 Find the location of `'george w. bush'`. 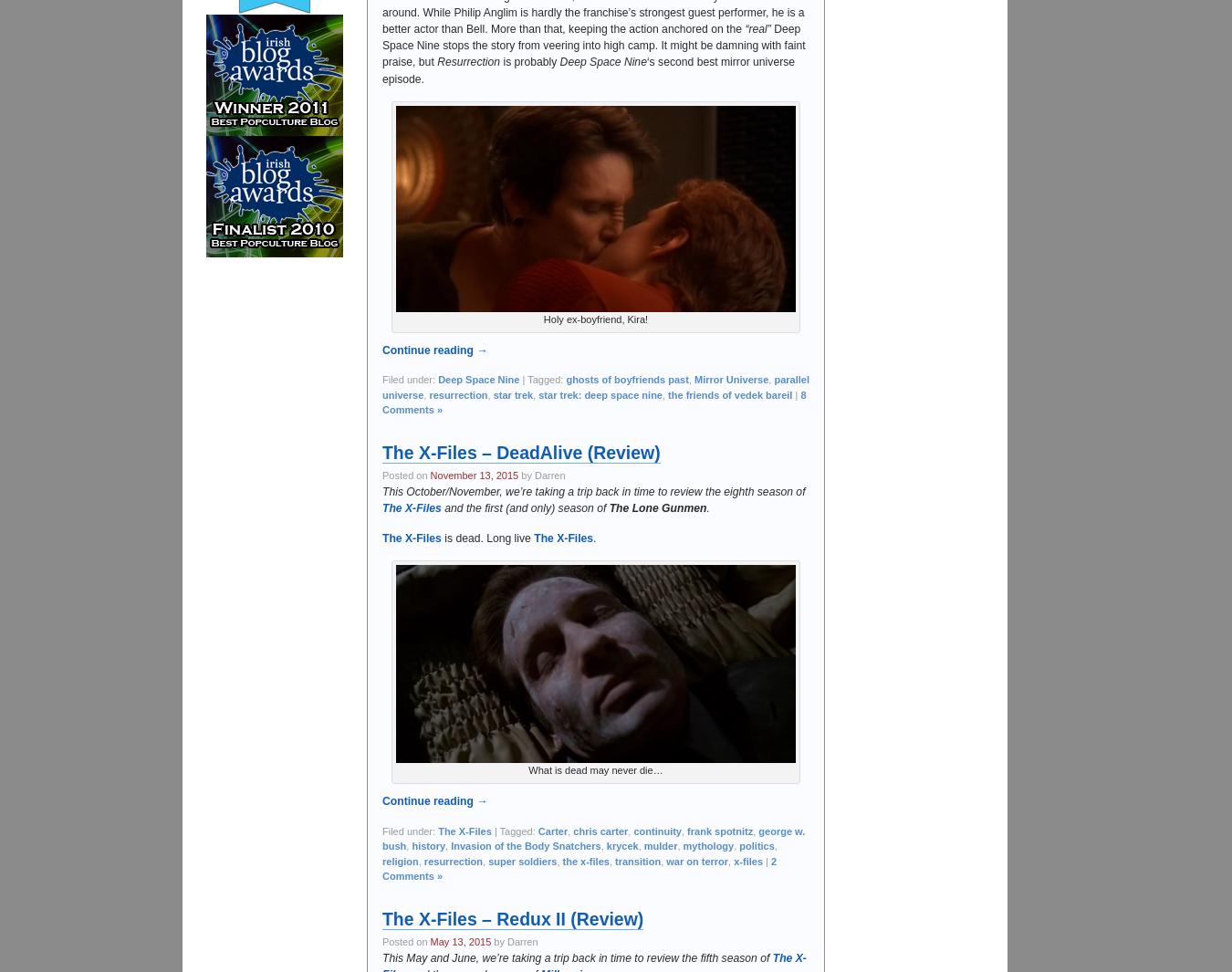

'george w. bush' is located at coordinates (593, 838).